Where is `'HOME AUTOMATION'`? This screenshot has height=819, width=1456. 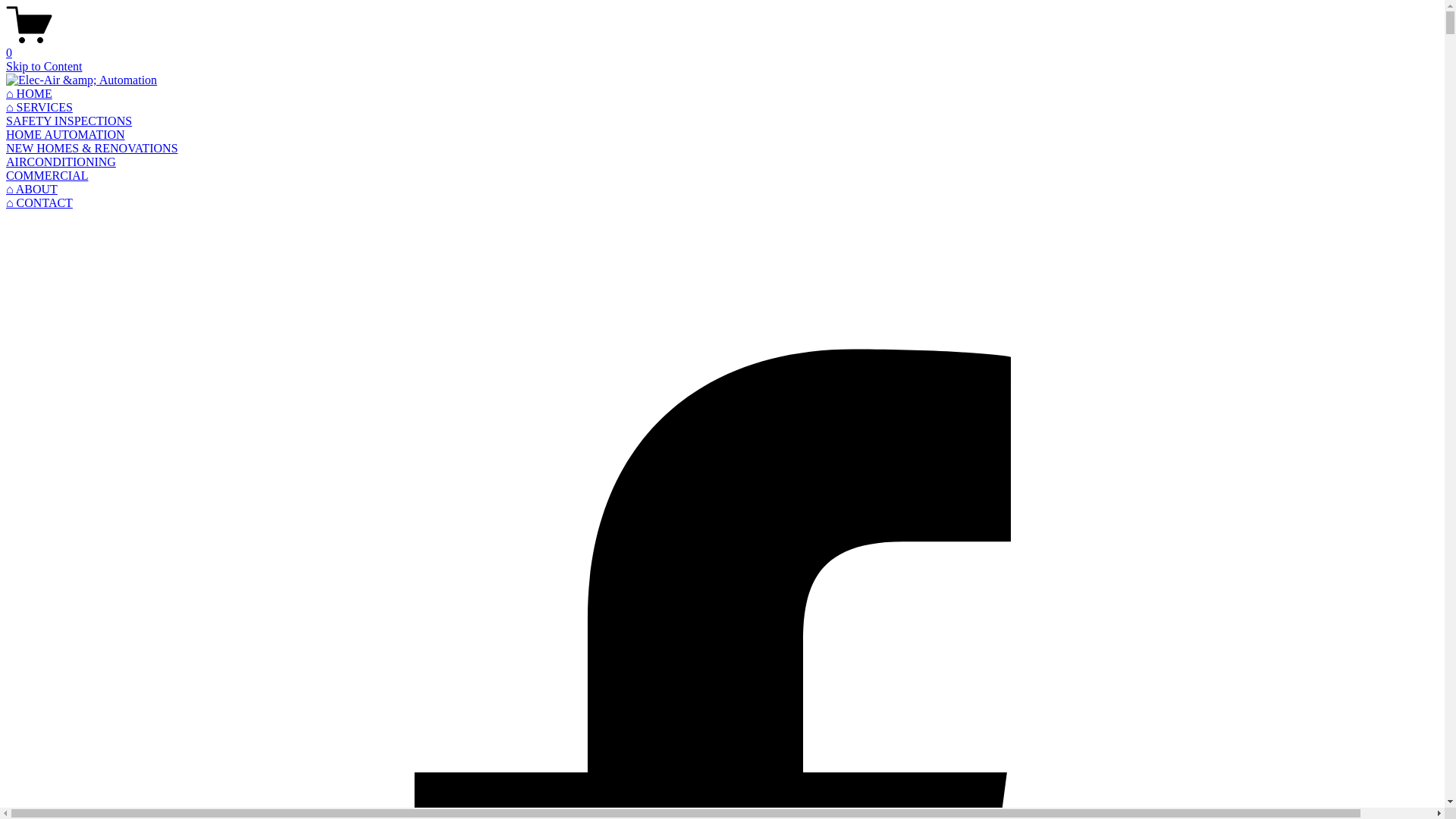
'HOME AUTOMATION' is located at coordinates (64, 133).